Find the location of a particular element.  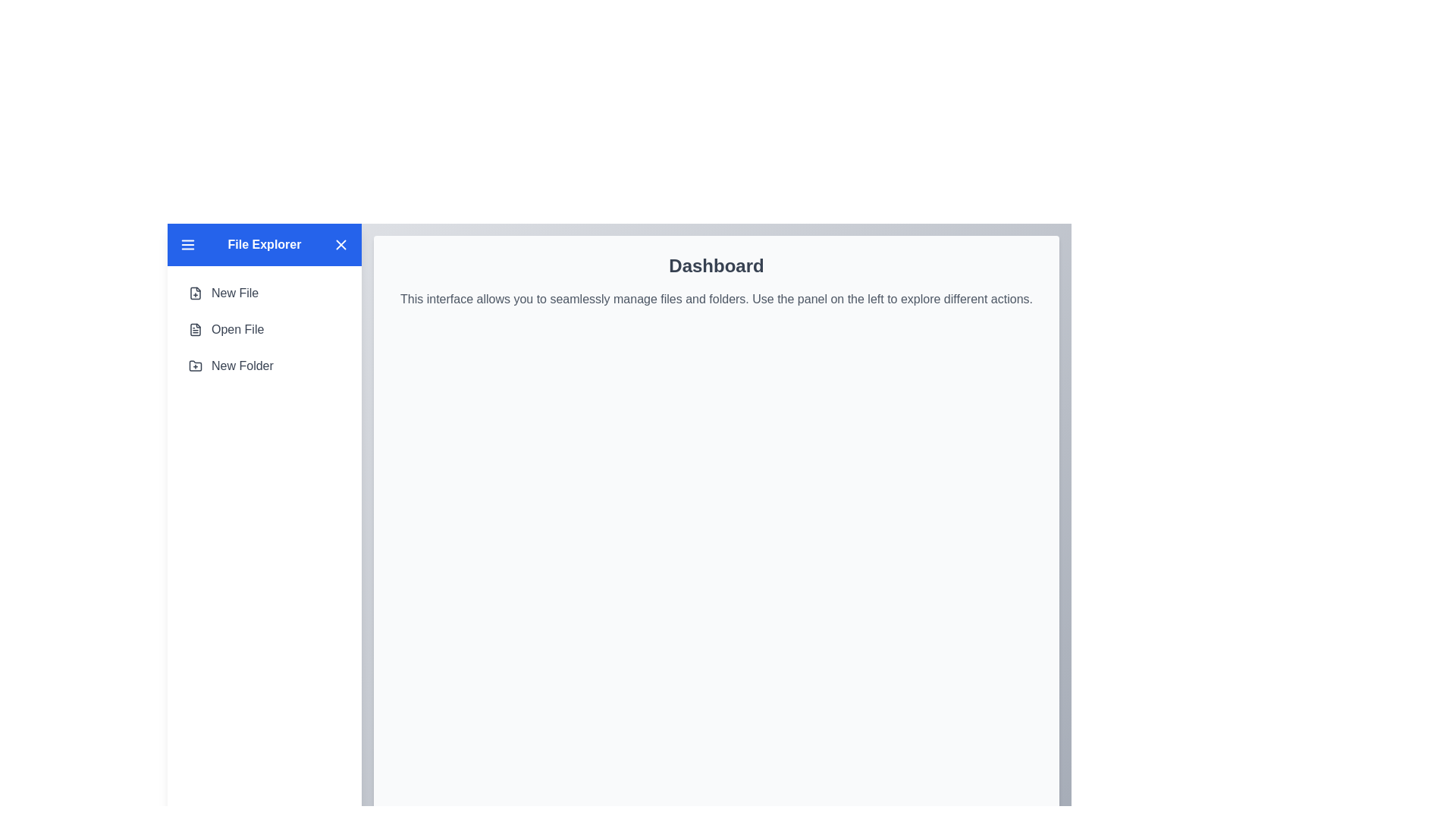

the file icon graphic within the 'New File' menu item located at the top of the vertical list in the left sidebar menu is located at coordinates (195, 293).